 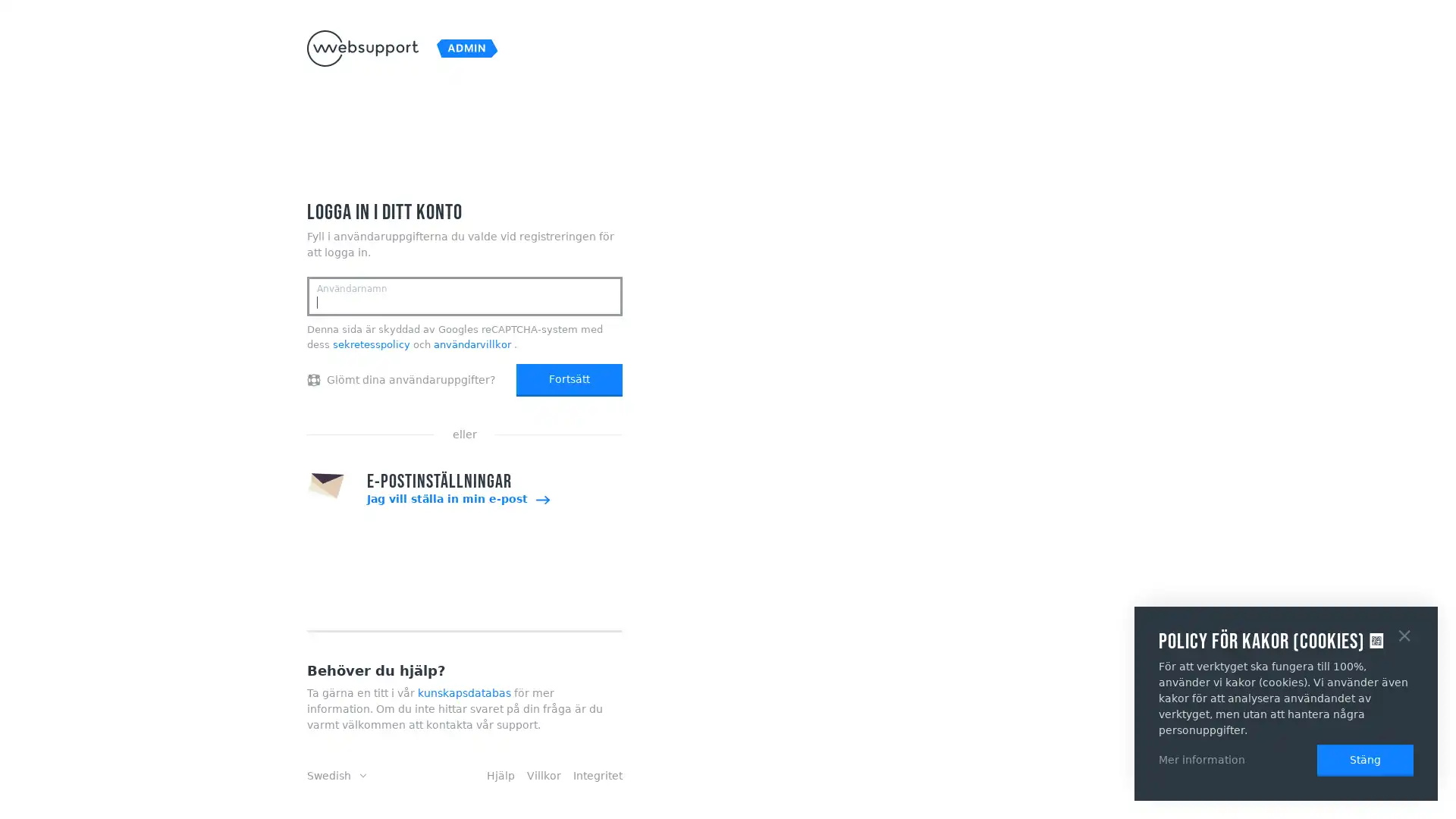 I want to click on Fortsatt, so click(x=568, y=379).